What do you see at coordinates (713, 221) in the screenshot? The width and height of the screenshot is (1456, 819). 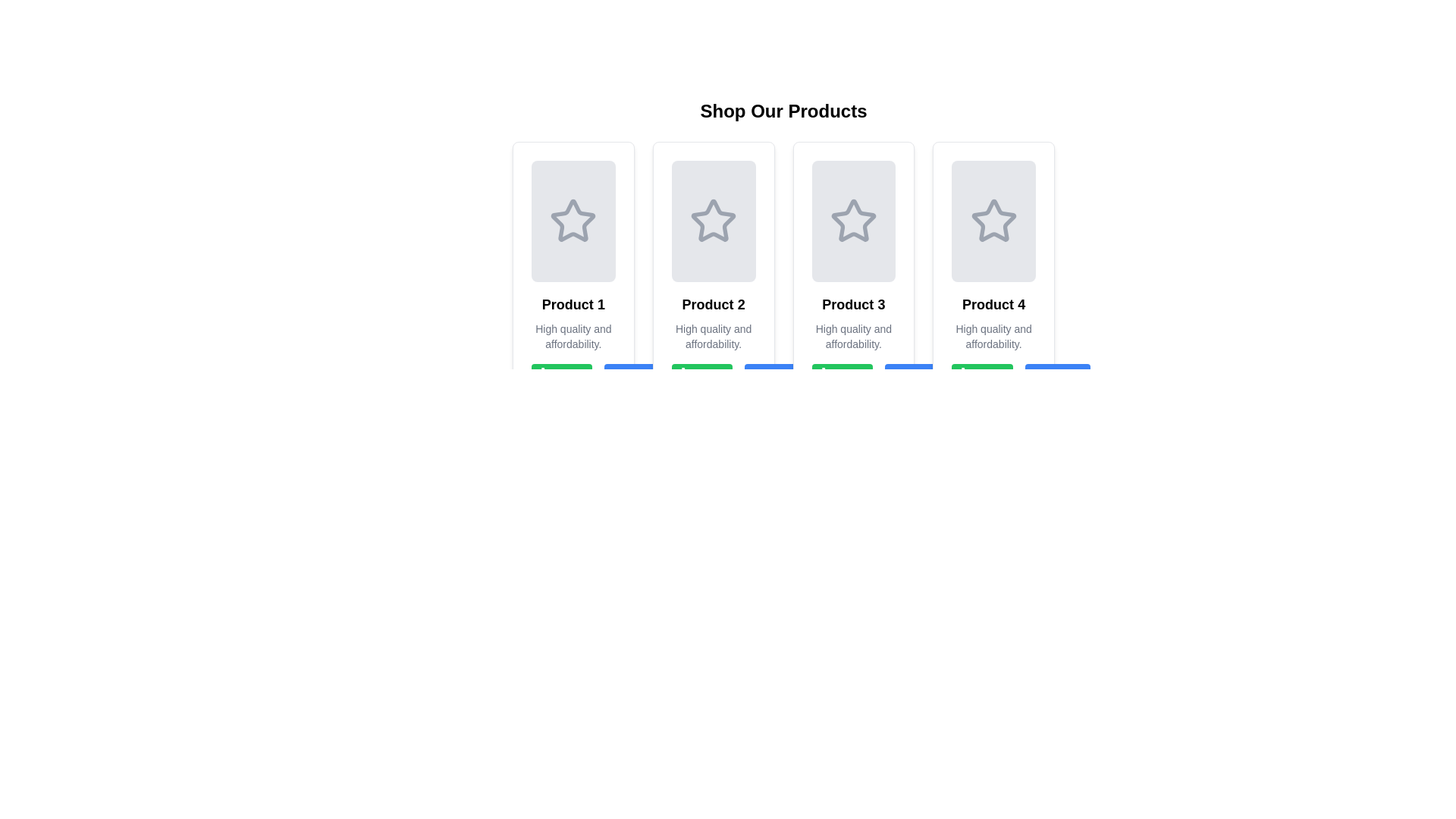 I see `the image placeholder with a light gray background and a centered outlined star icon, located in the second product card above the product title 'Product 2'` at bounding box center [713, 221].